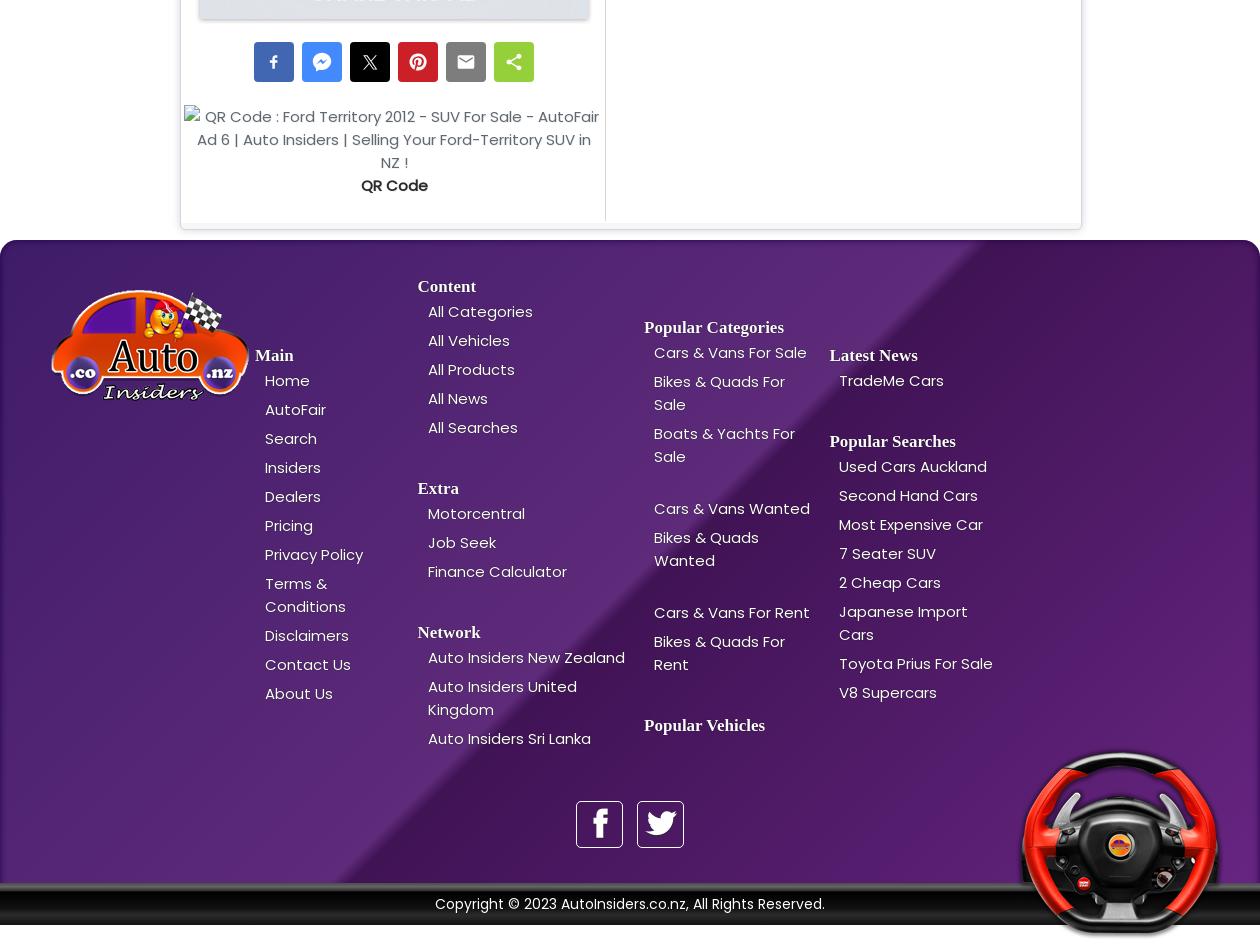 The image size is (1260, 946). I want to click on 'Latest News', so click(873, 355).